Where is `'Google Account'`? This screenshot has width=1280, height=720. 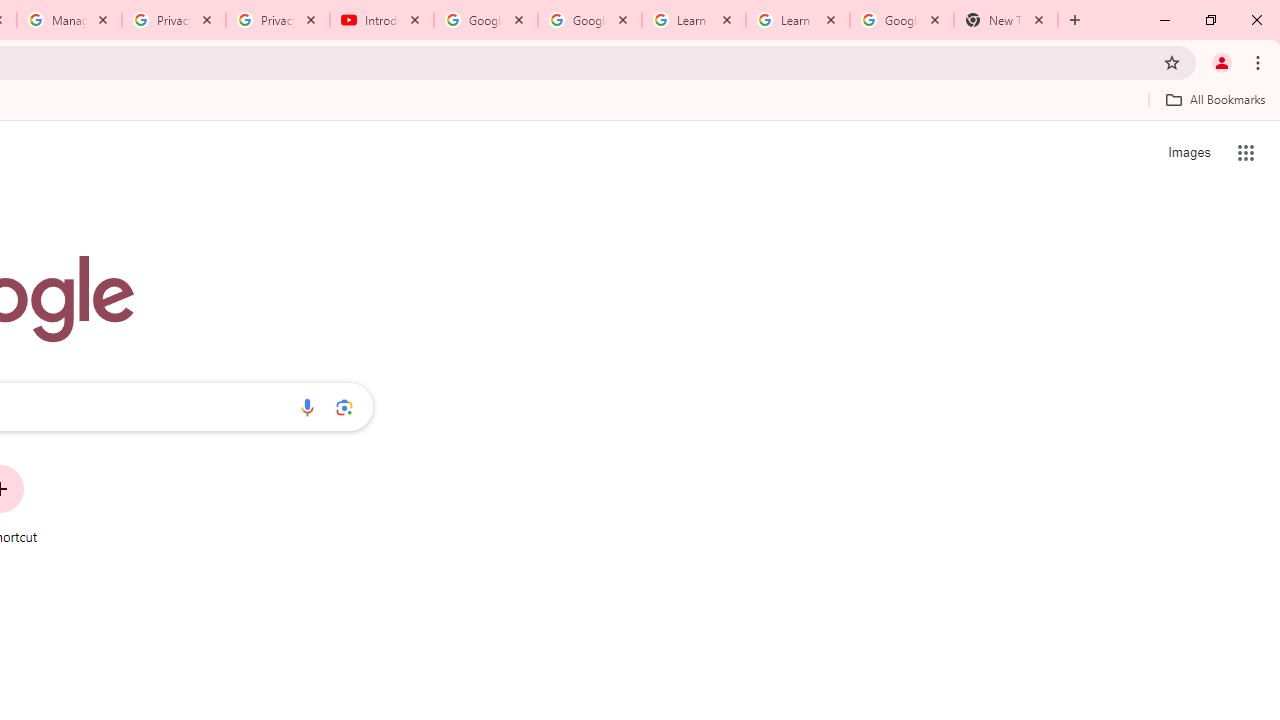 'Google Account' is located at coordinates (900, 20).